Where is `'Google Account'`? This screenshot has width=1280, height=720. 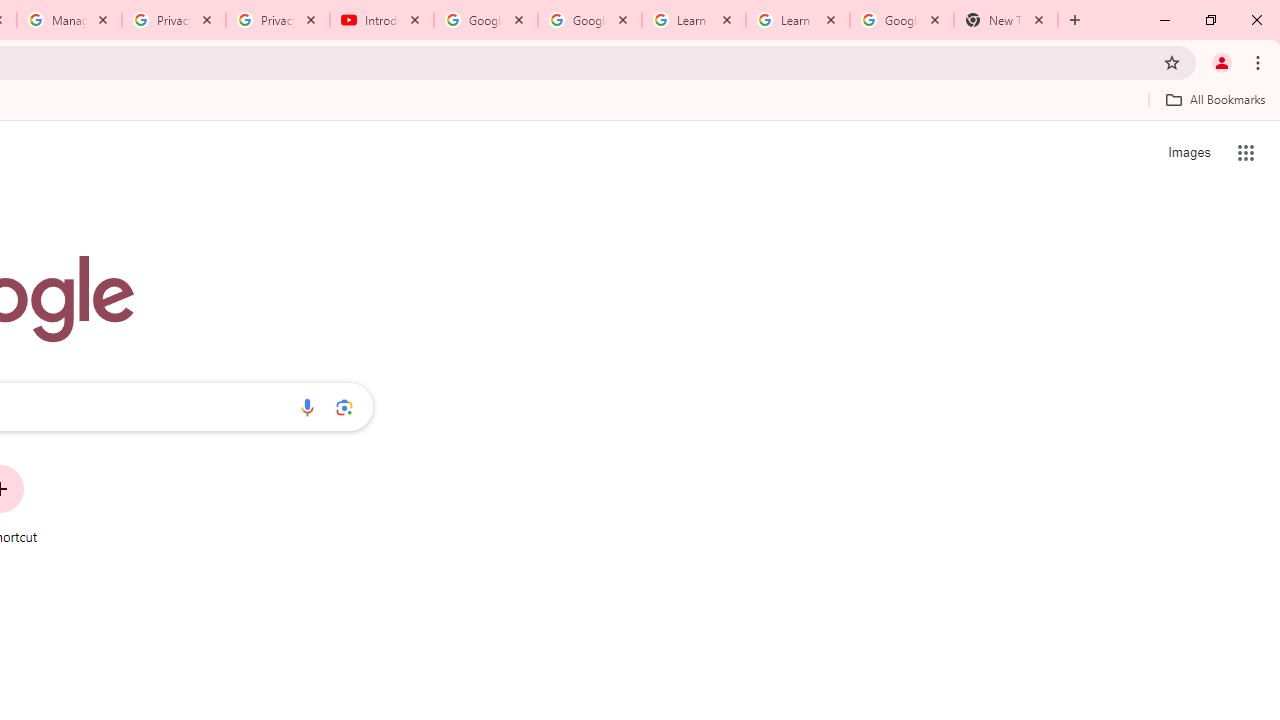 'Google Account' is located at coordinates (900, 20).